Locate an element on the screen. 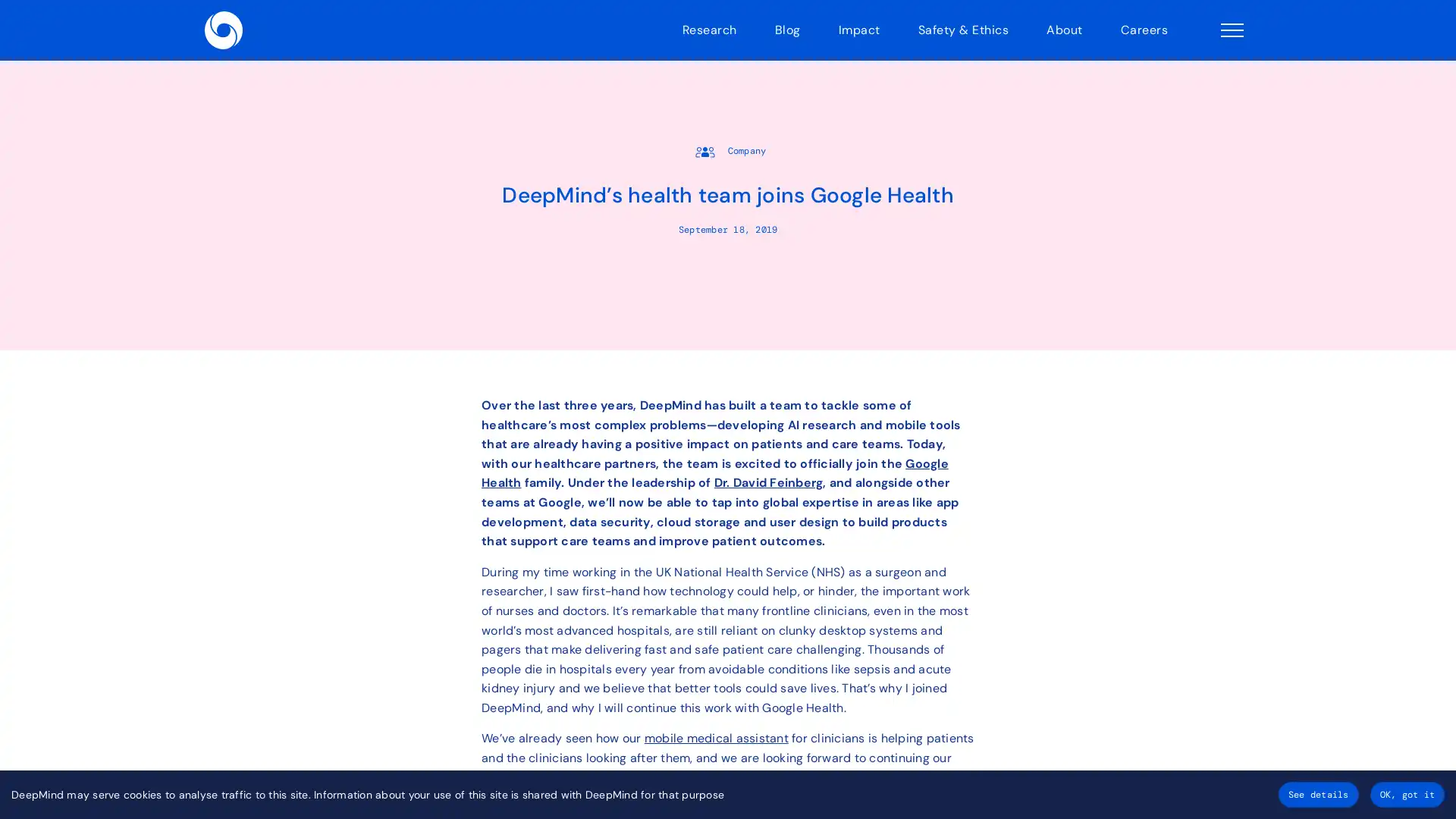 The width and height of the screenshot is (1456, 819). OK, got it is located at coordinates (1406, 794).